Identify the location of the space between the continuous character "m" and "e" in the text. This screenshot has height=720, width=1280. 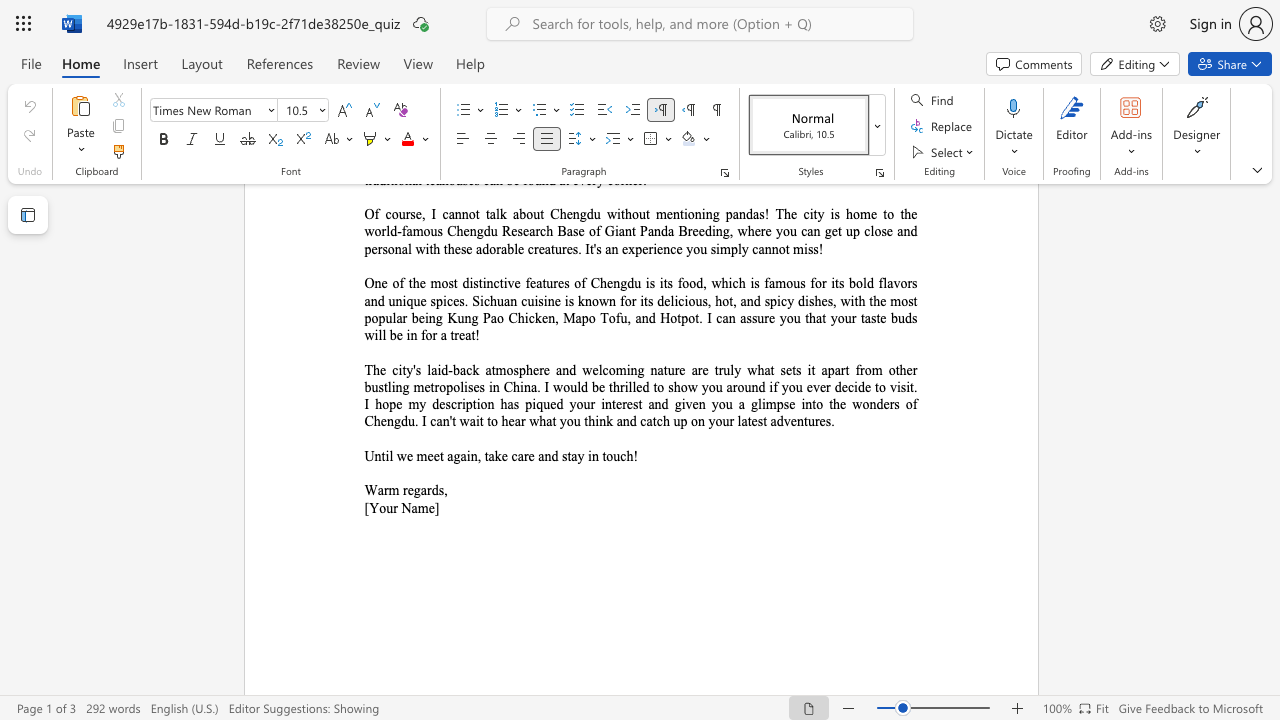
(426, 507).